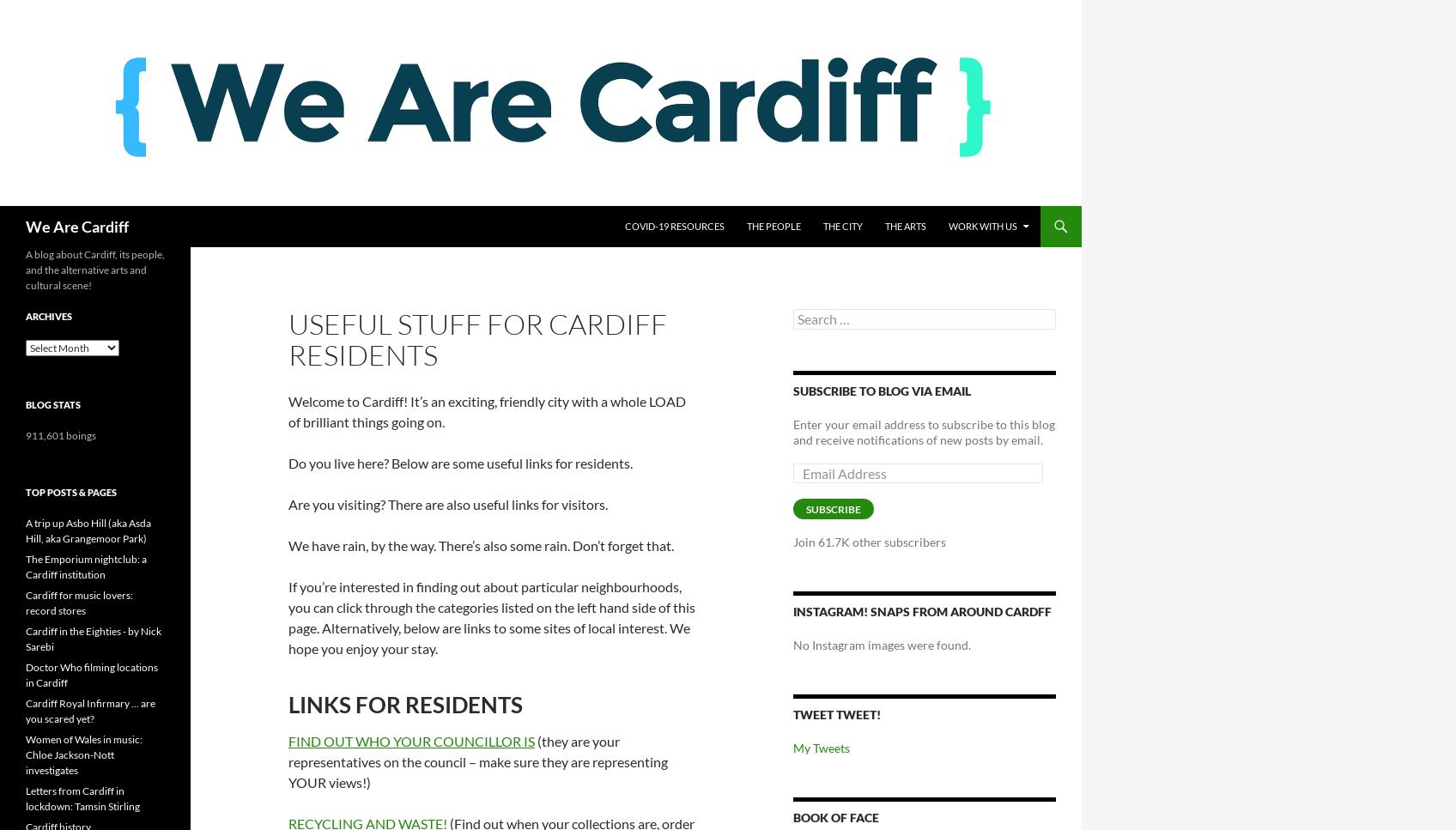 The image size is (1456, 830). I want to click on 'Do you live here? Below are some useful links for residents.', so click(288, 463).